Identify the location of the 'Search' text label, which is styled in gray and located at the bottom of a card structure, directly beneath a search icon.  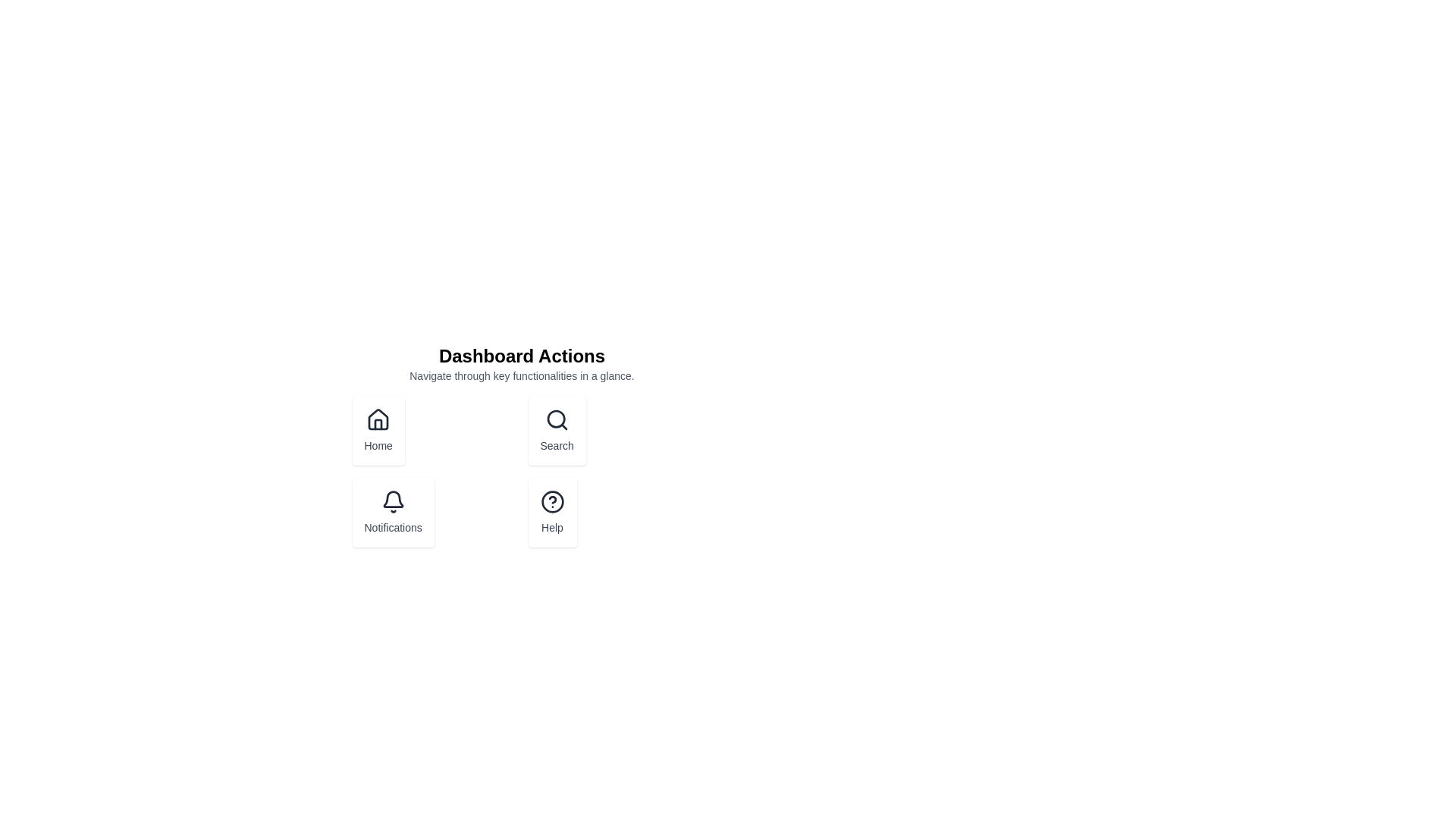
(556, 444).